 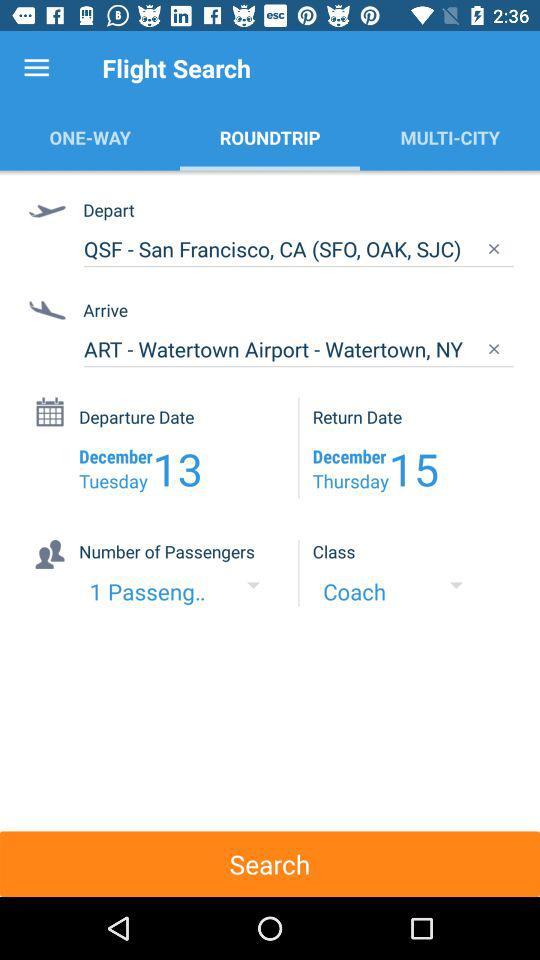 What do you see at coordinates (297, 248) in the screenshot?
I see `item below depart` at bounding box center [297, 248].